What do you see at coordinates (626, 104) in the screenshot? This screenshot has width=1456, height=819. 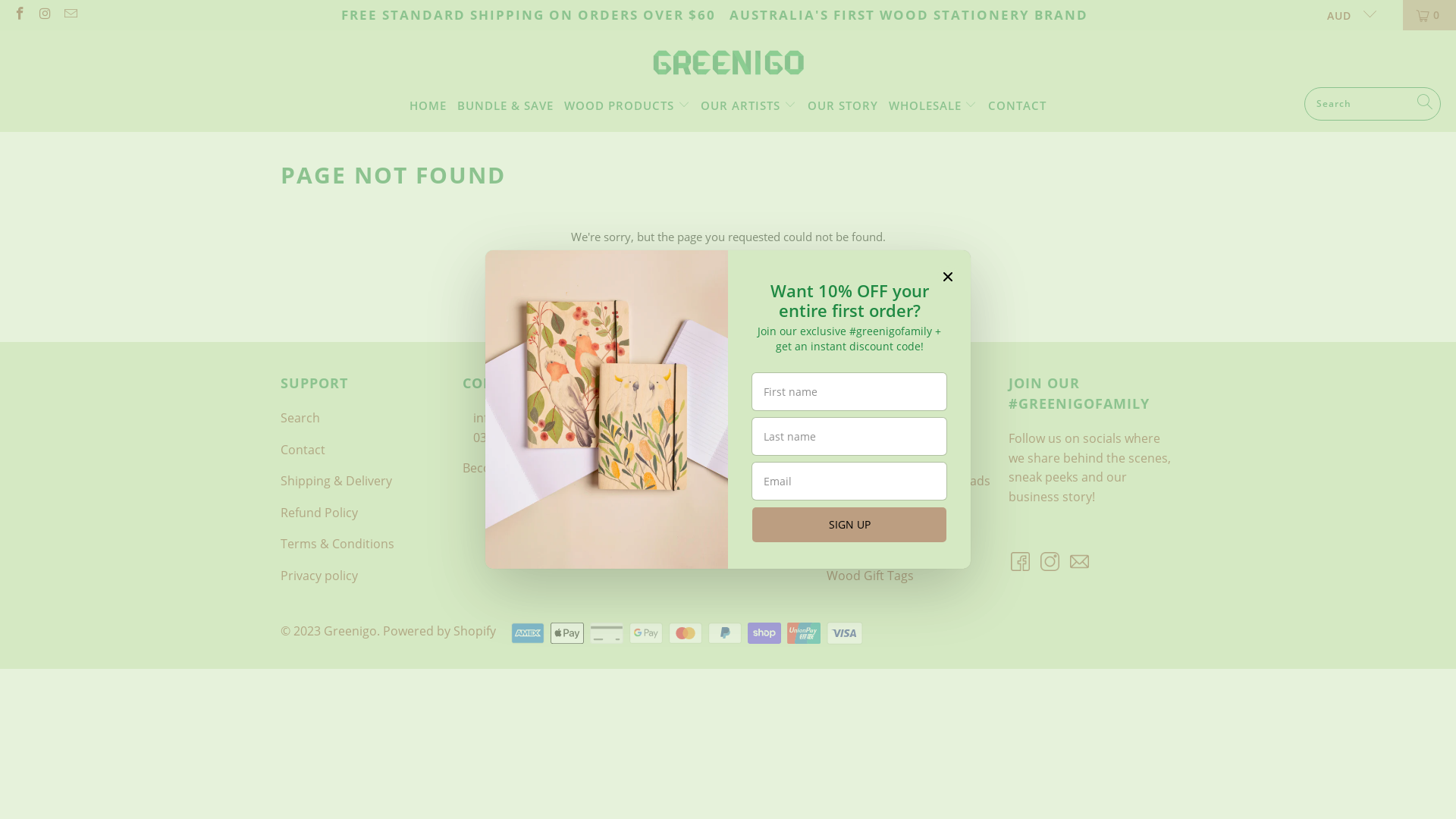 I see `'WOOD PRODUCTS'` at bounding box center [626, 104].